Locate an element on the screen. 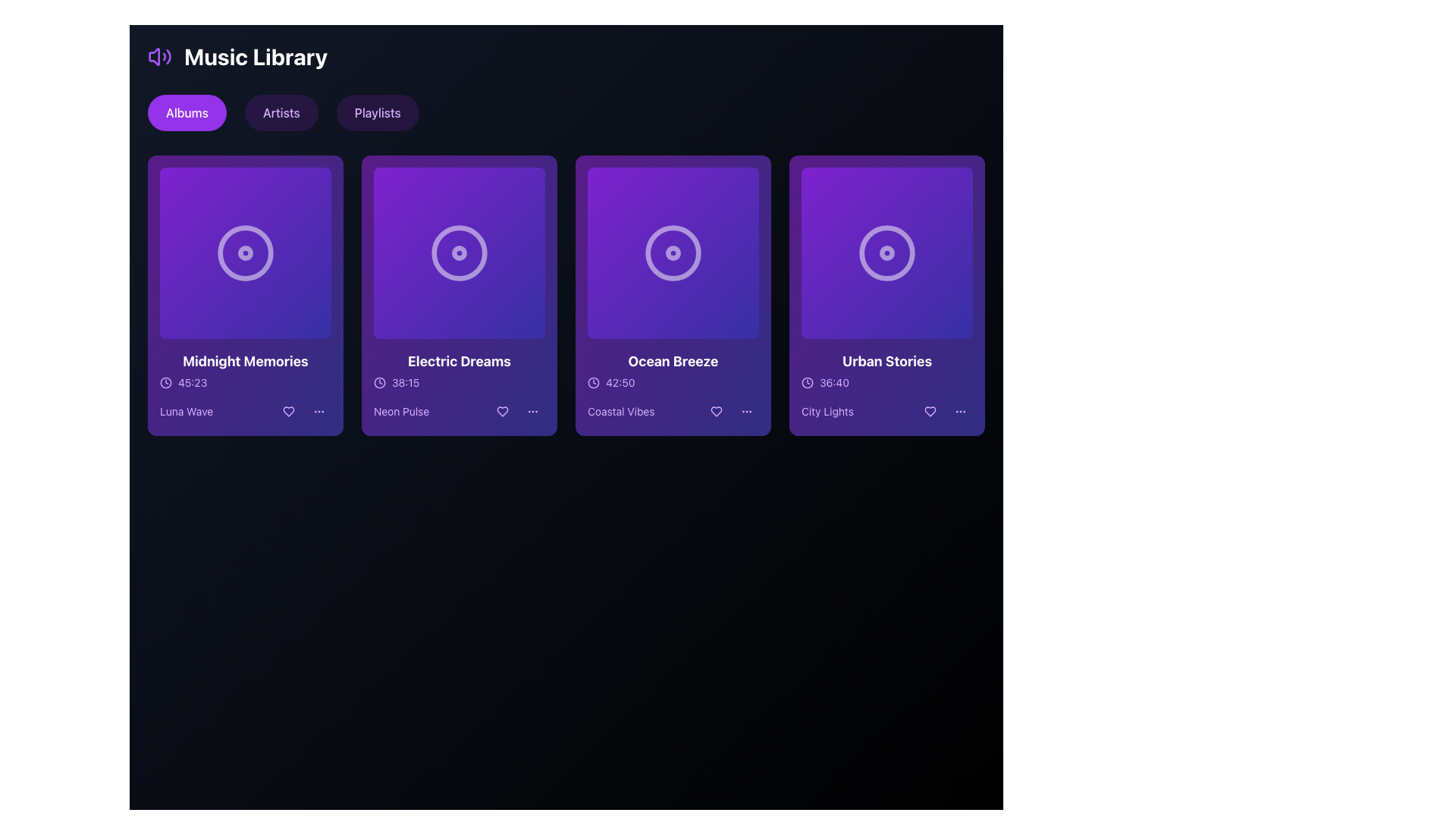 The width and height of the screenshot is (1456, 819). the text label that conveys the duration of the album or track displayed in the card, located below the album title 'Midnight Memories' and to the left of a small clock icon is located at coordinates (192, 382).